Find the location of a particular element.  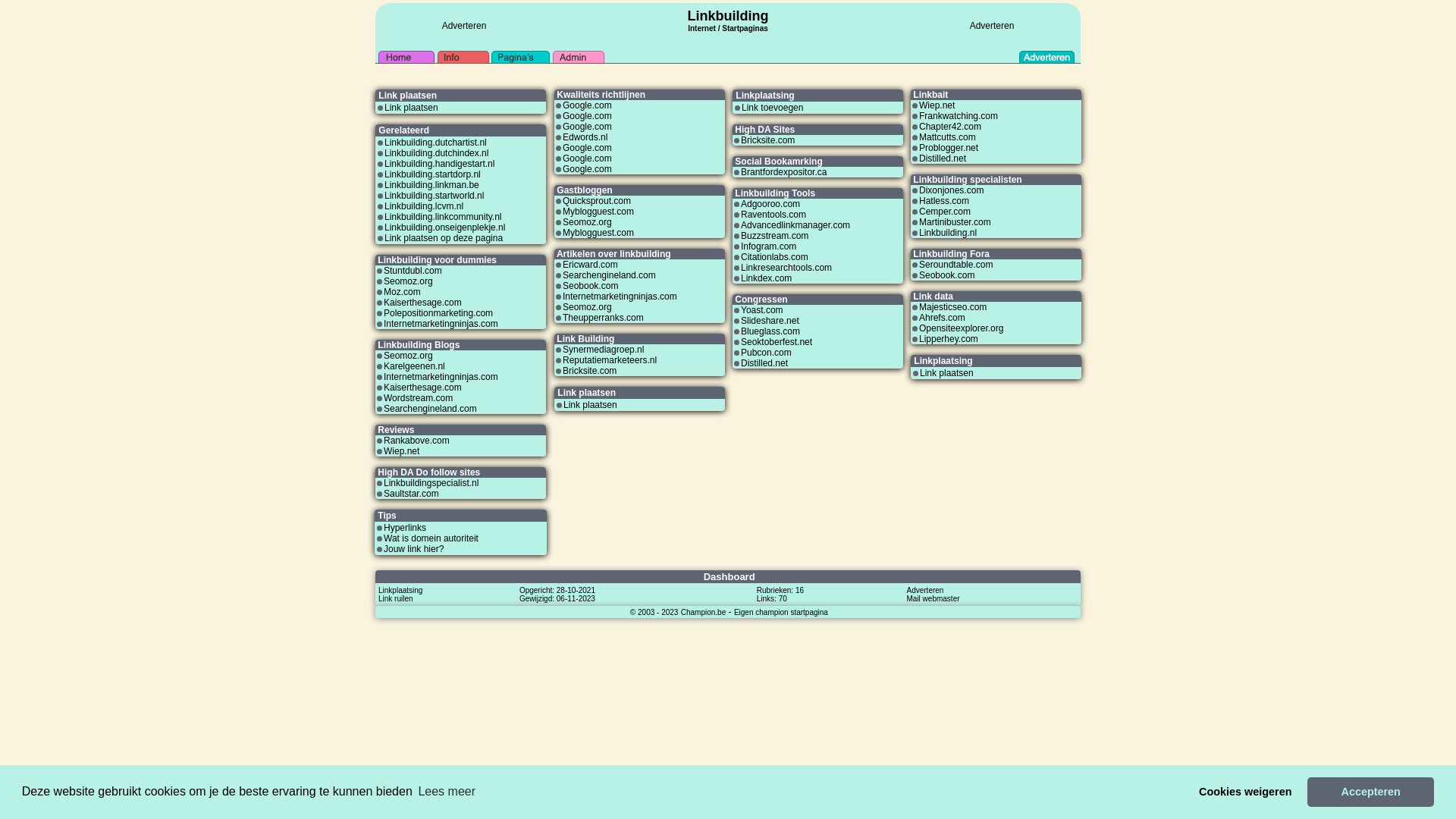

'Google.com' is located at coordinates (586, 125).